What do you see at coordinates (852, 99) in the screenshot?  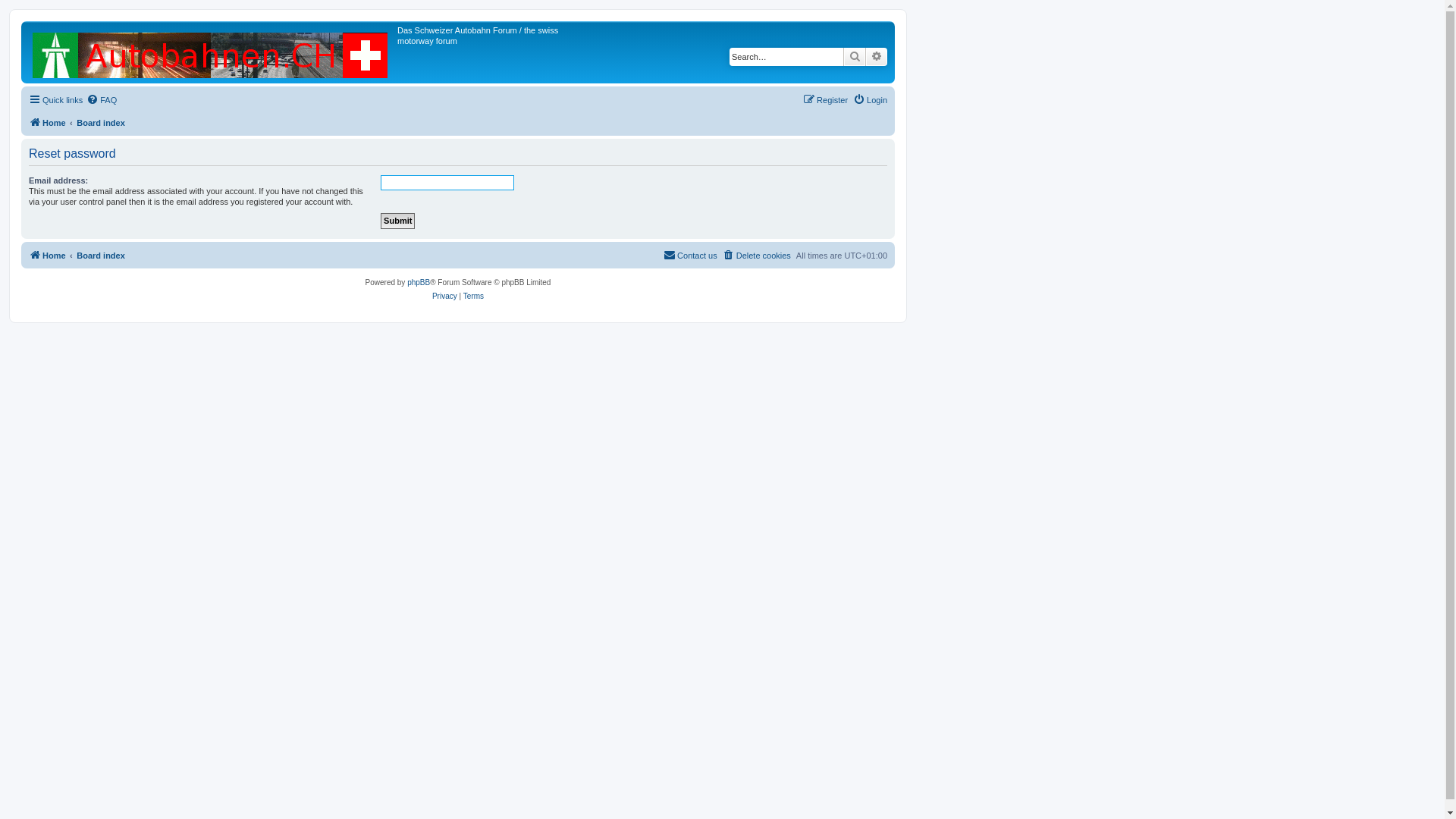 I see `'Login'` at bounding box center [852, 99].